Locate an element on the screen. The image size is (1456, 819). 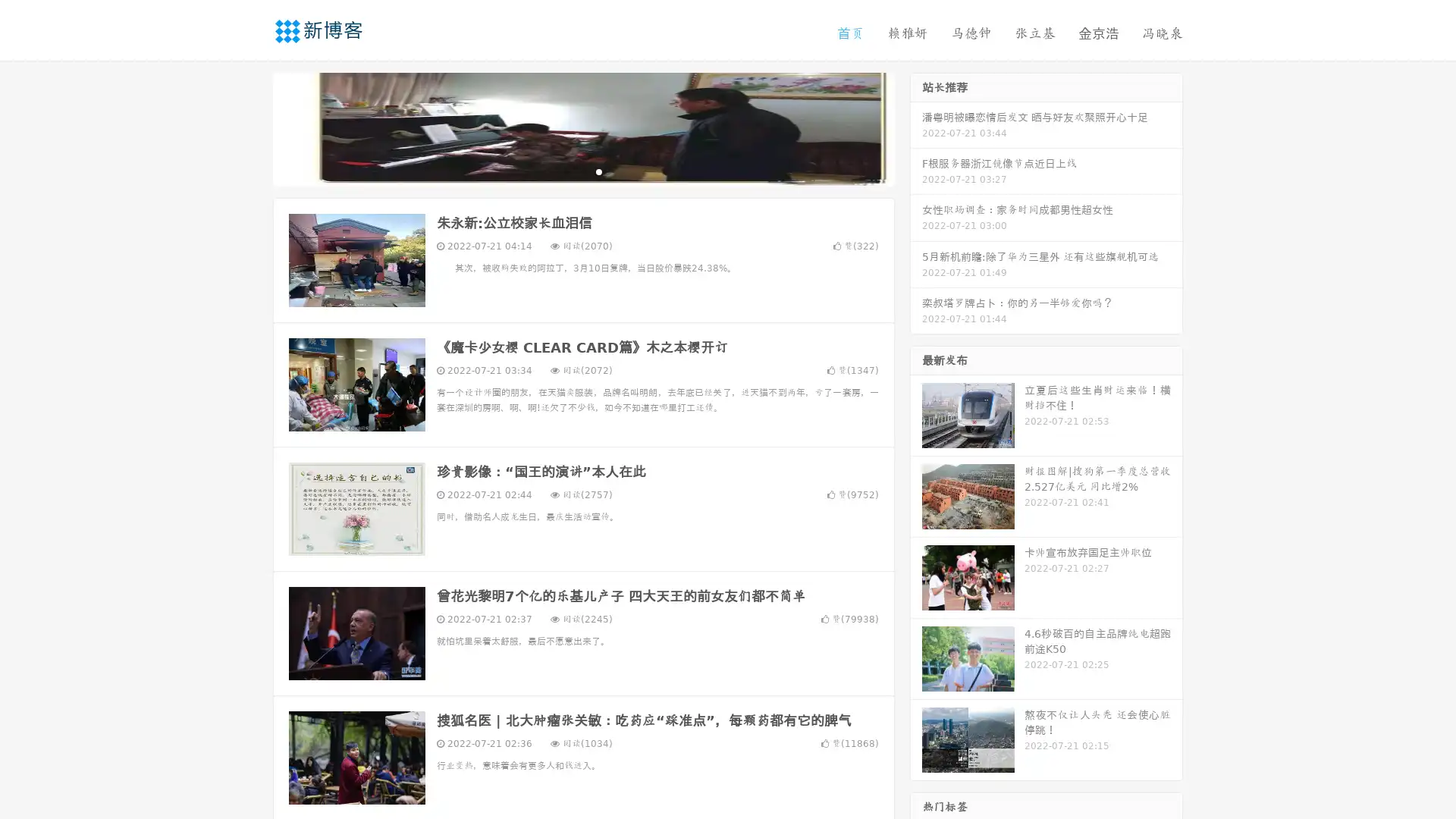
Go to slide 2 is located at coordinates (582, 171).